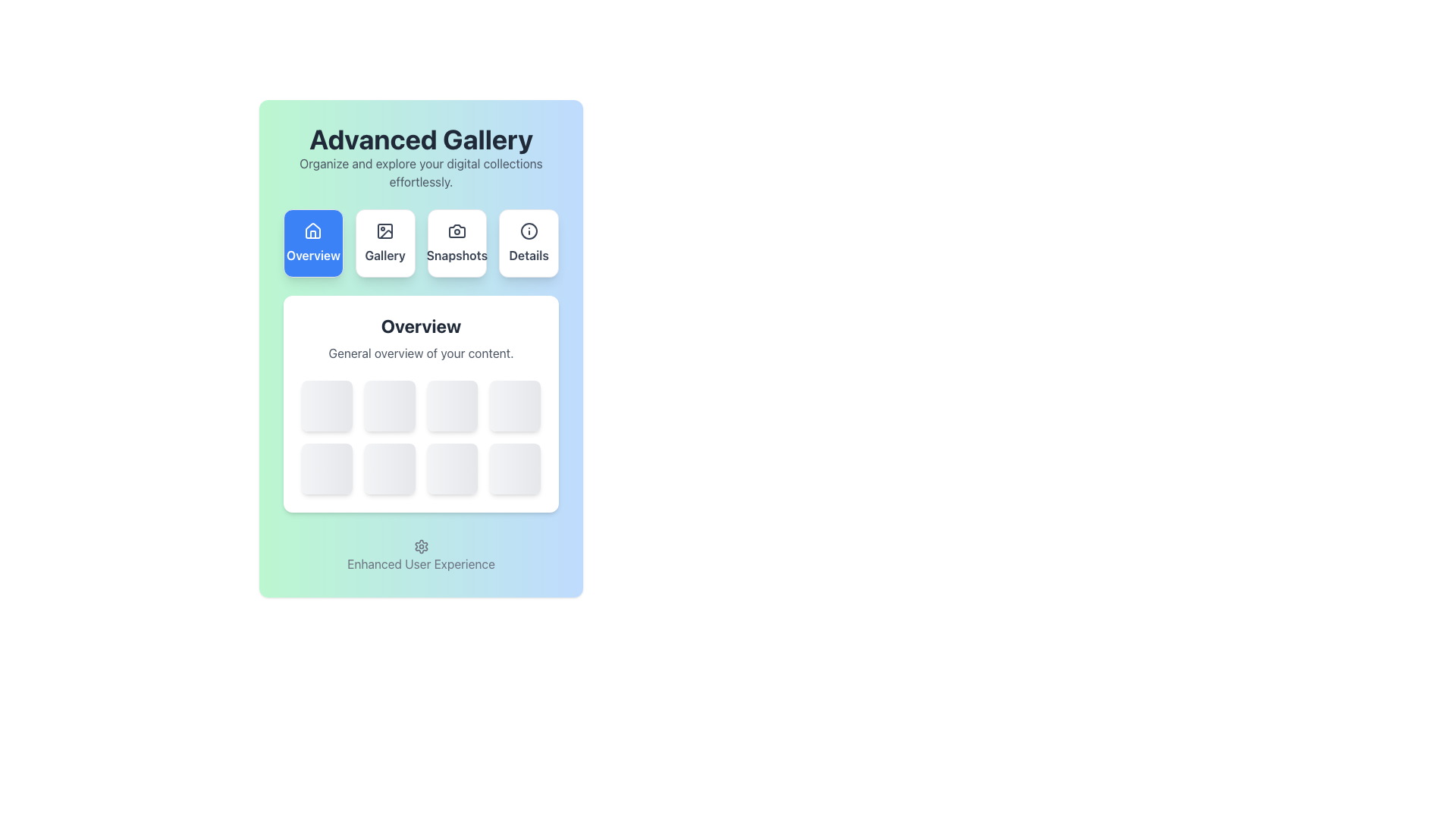  I want to click on the 'Snapshots' text label, which is styled in bolded sans-serif font and located under a camera icon within a rounded rectangular button, so click(456, 254).